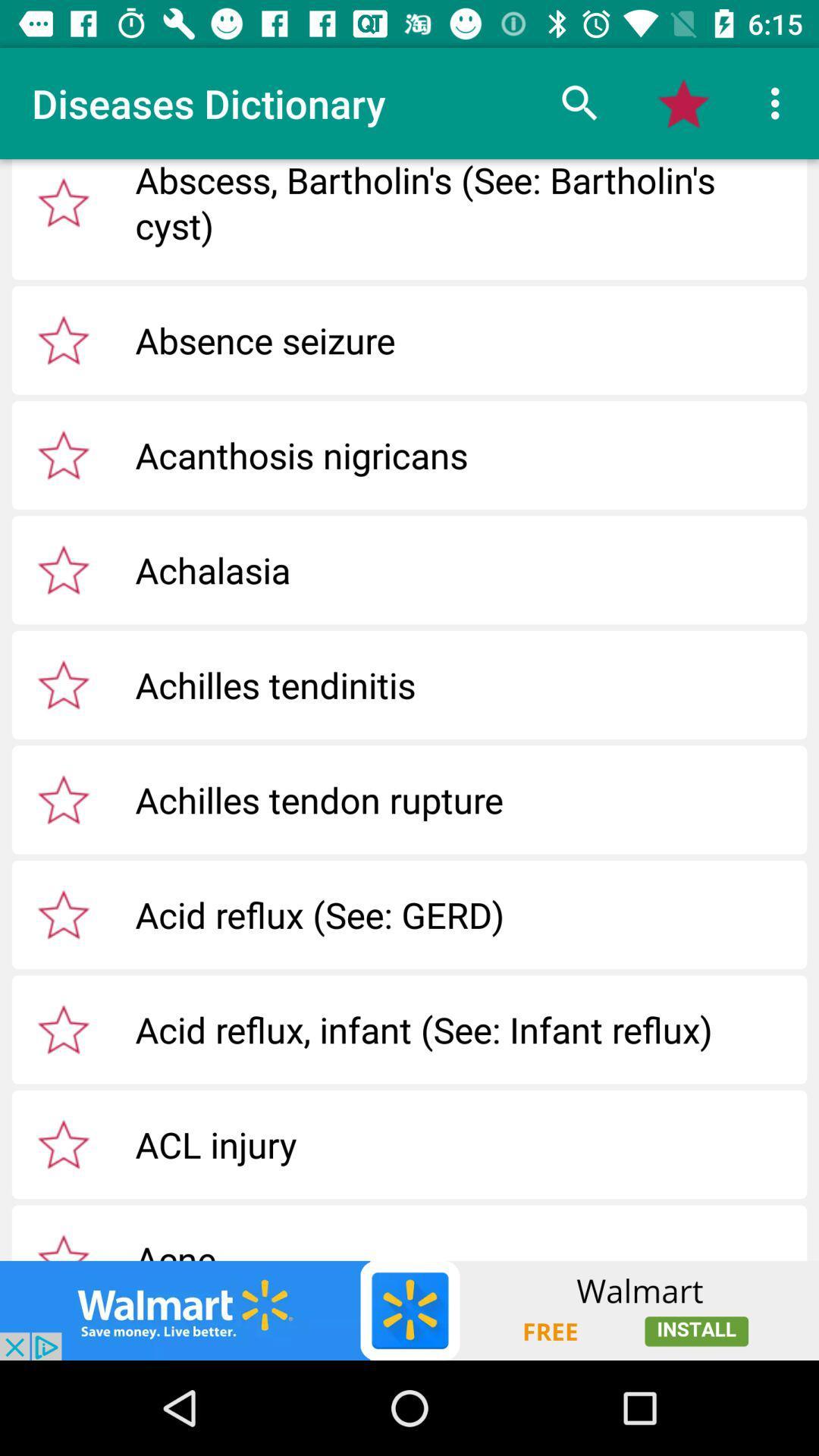 This screenshot has height=1456, width=819. What do you see at coordinates (63, 339) in the screenshot?
I see `to favorites` at bounding box center [63, 339].